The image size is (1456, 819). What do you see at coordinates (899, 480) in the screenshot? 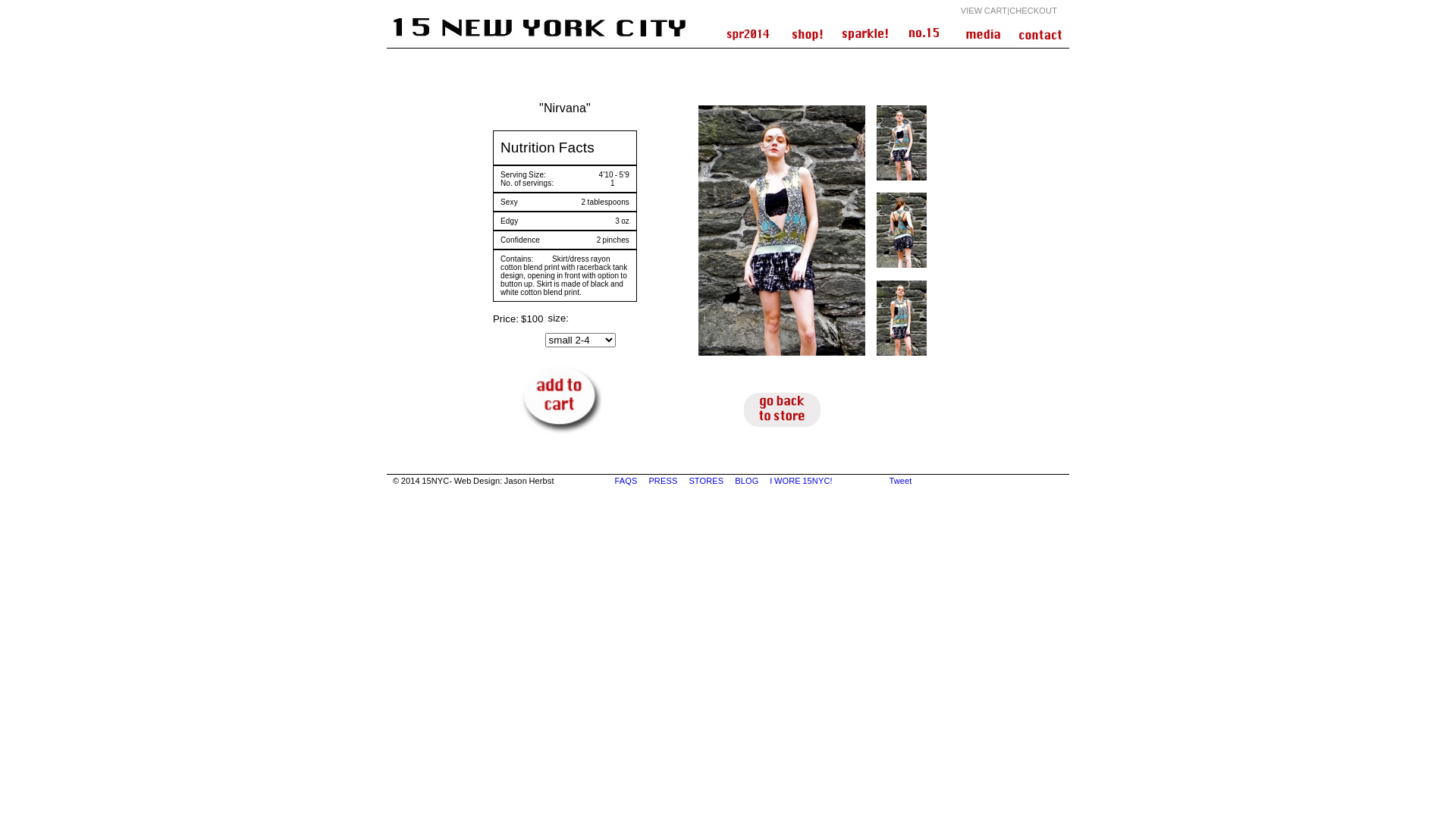
I see `'Tweet'` at bounding box center [899, 480].